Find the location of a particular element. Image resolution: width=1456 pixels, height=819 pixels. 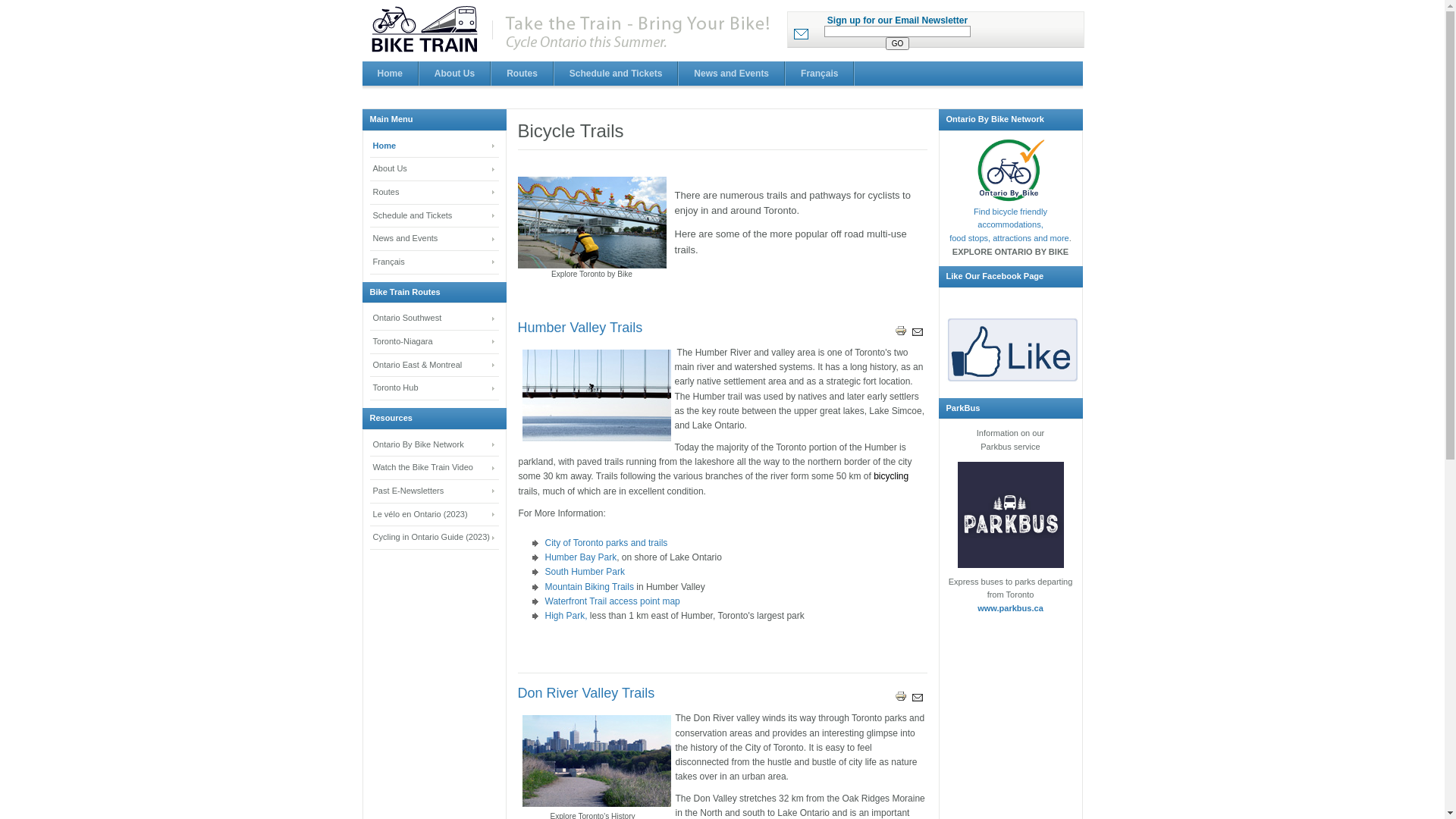

'Toronto-Niagara' is located at coordinates (433, 342).